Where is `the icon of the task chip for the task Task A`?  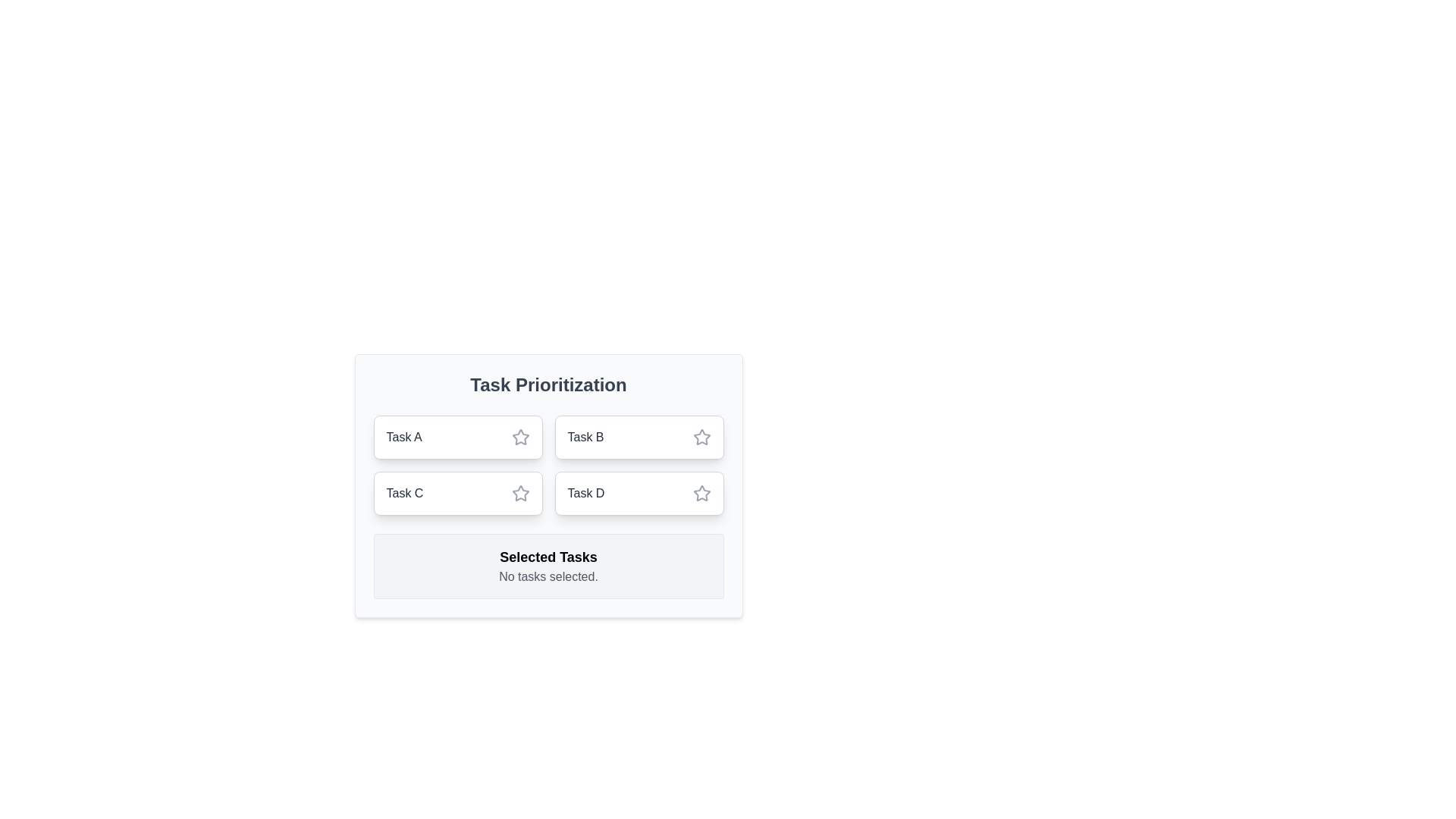
the icon of the task chip for the task Task A is located at coordinates (520, 438).